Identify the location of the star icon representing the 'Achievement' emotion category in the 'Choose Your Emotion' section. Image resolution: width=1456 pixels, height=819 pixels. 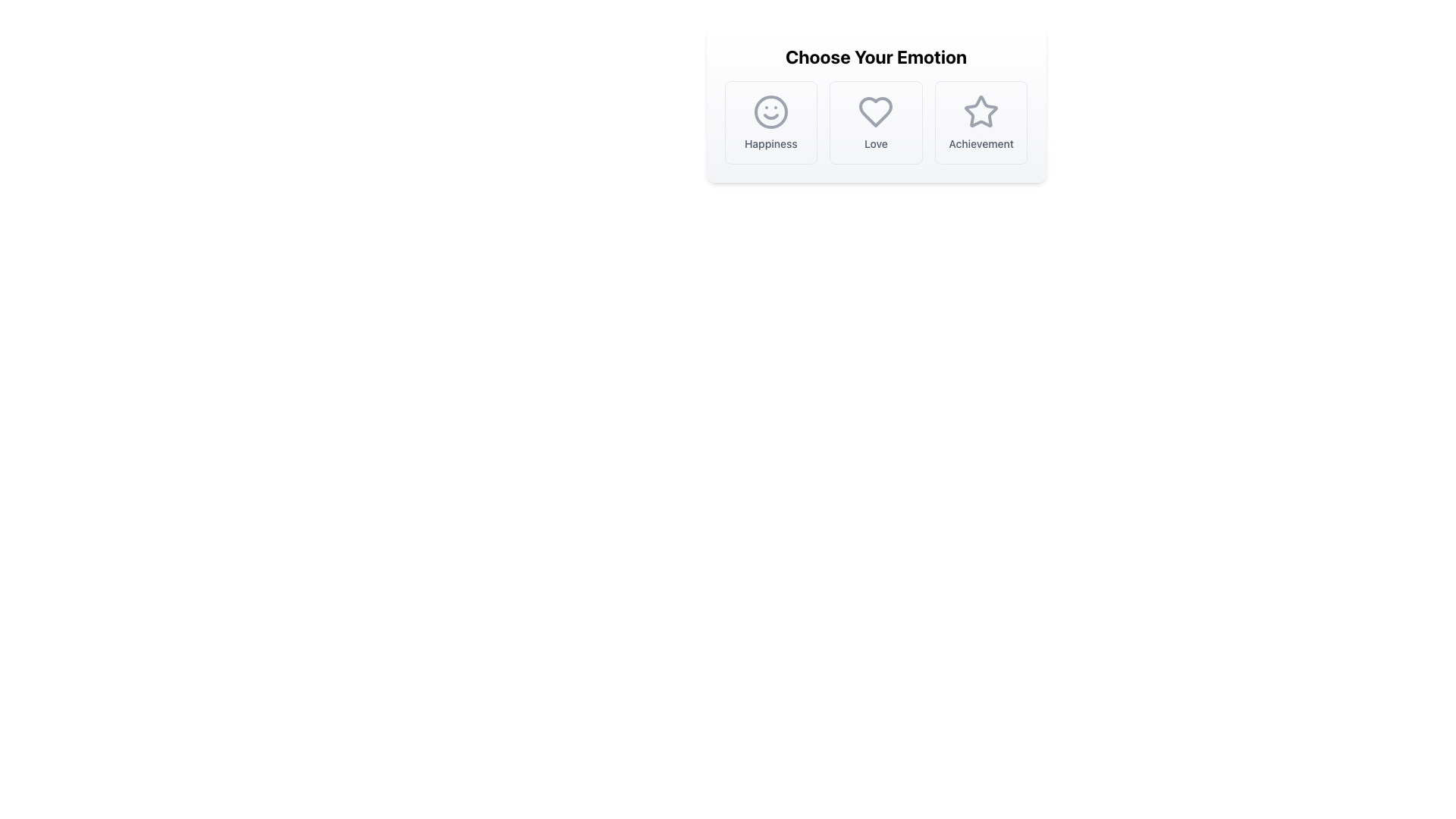
(981, 111).